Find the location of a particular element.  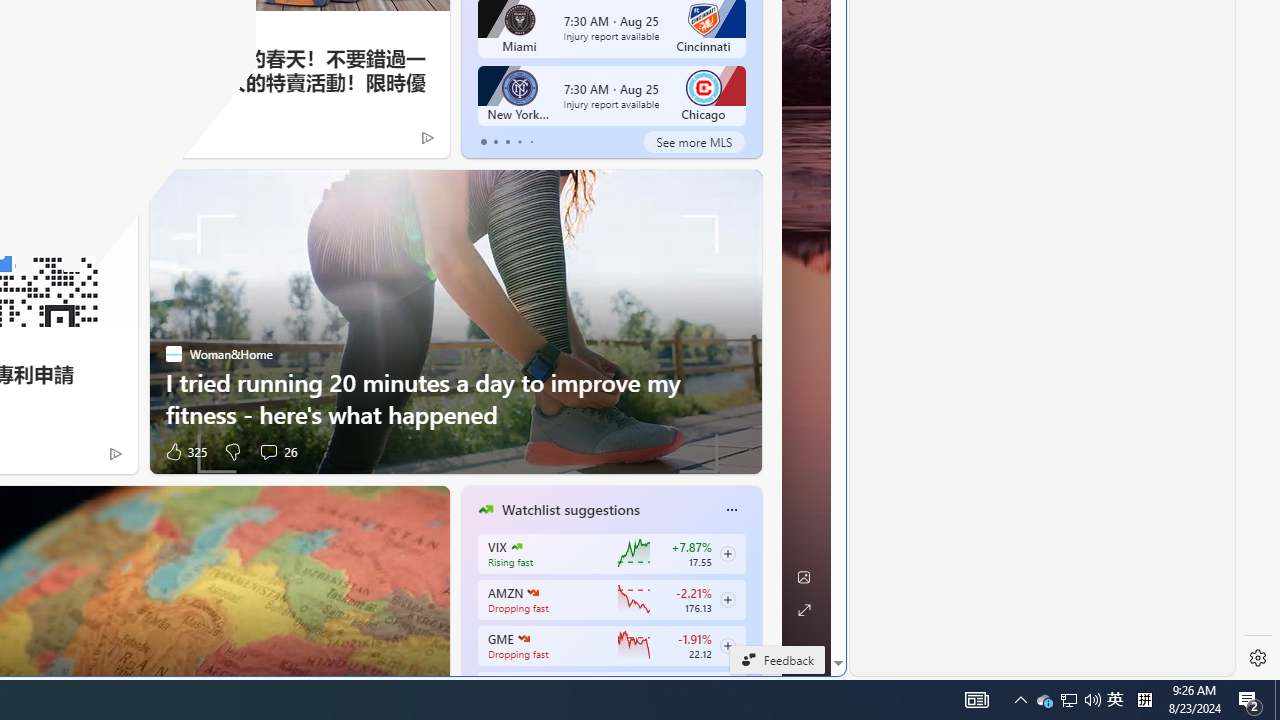

'Edit Background' is located at coordinates (803, 577).